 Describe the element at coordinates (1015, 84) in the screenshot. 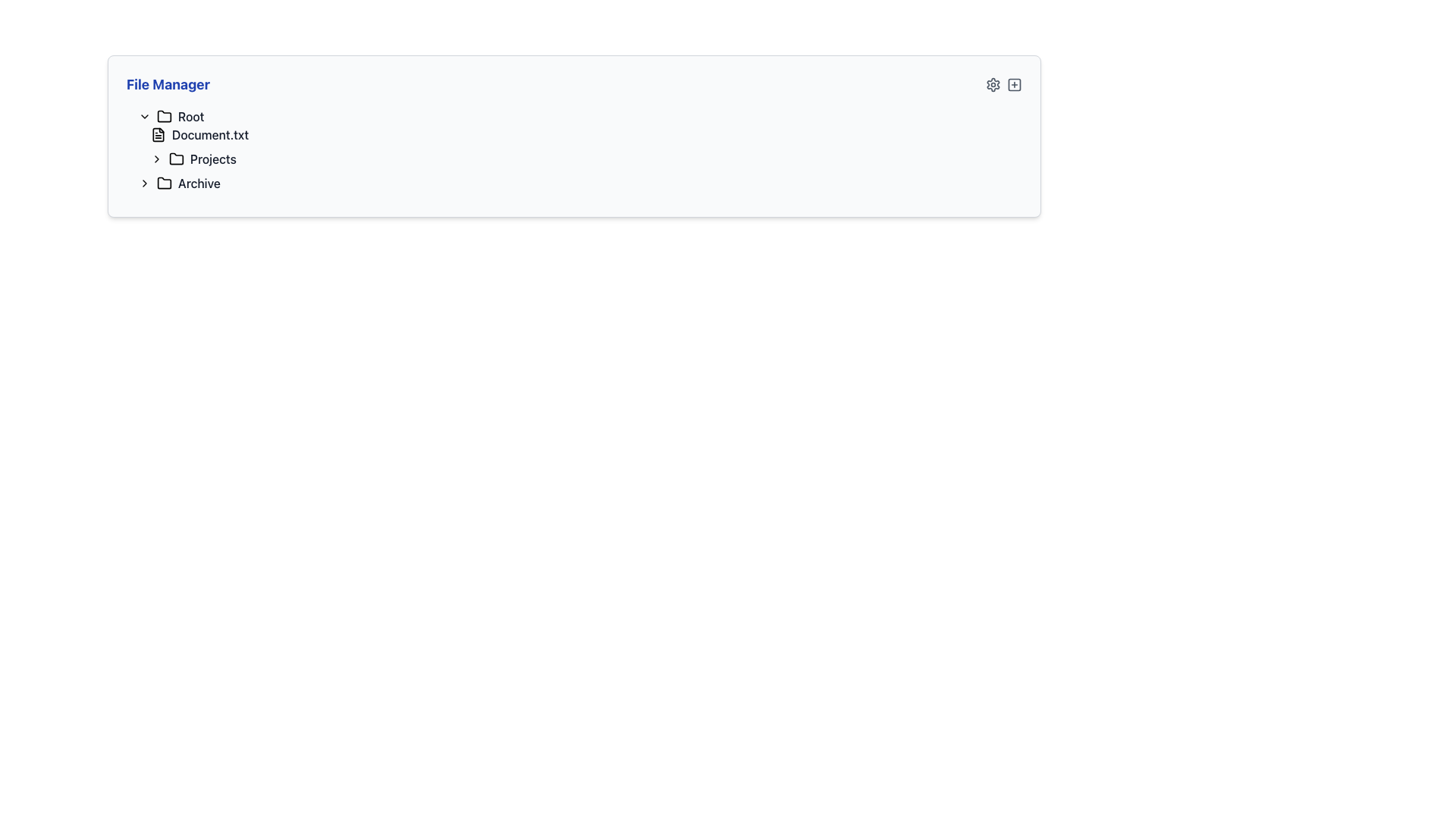

I see `the 'Add' or 'Create' button located at the top-right corner of the 'File Manager', which is the second icon from the right, to change its color` at that location.